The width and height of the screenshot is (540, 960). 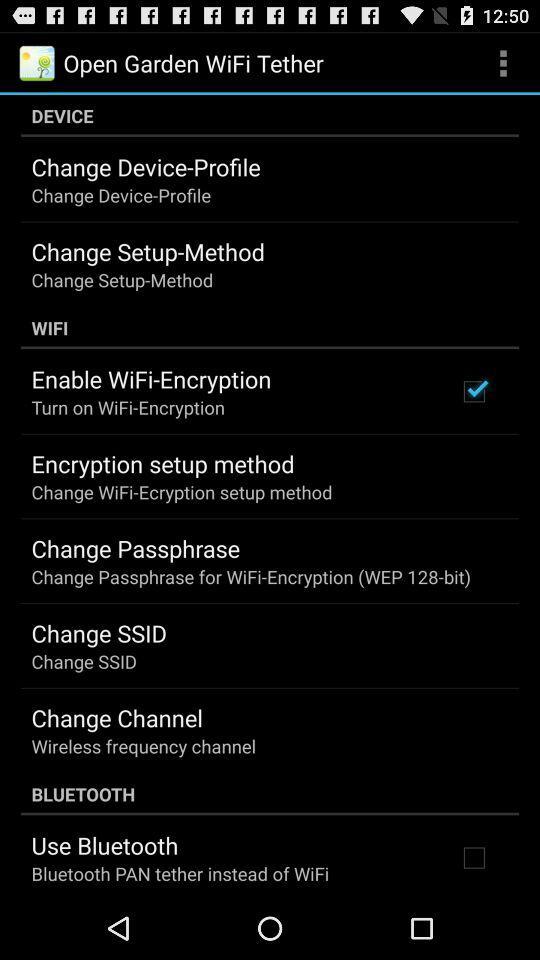 What do you see at coordinates (117, 717) in the screenshot?
I see `app above wireless frequency channel item` at bounding box center [117, 717].